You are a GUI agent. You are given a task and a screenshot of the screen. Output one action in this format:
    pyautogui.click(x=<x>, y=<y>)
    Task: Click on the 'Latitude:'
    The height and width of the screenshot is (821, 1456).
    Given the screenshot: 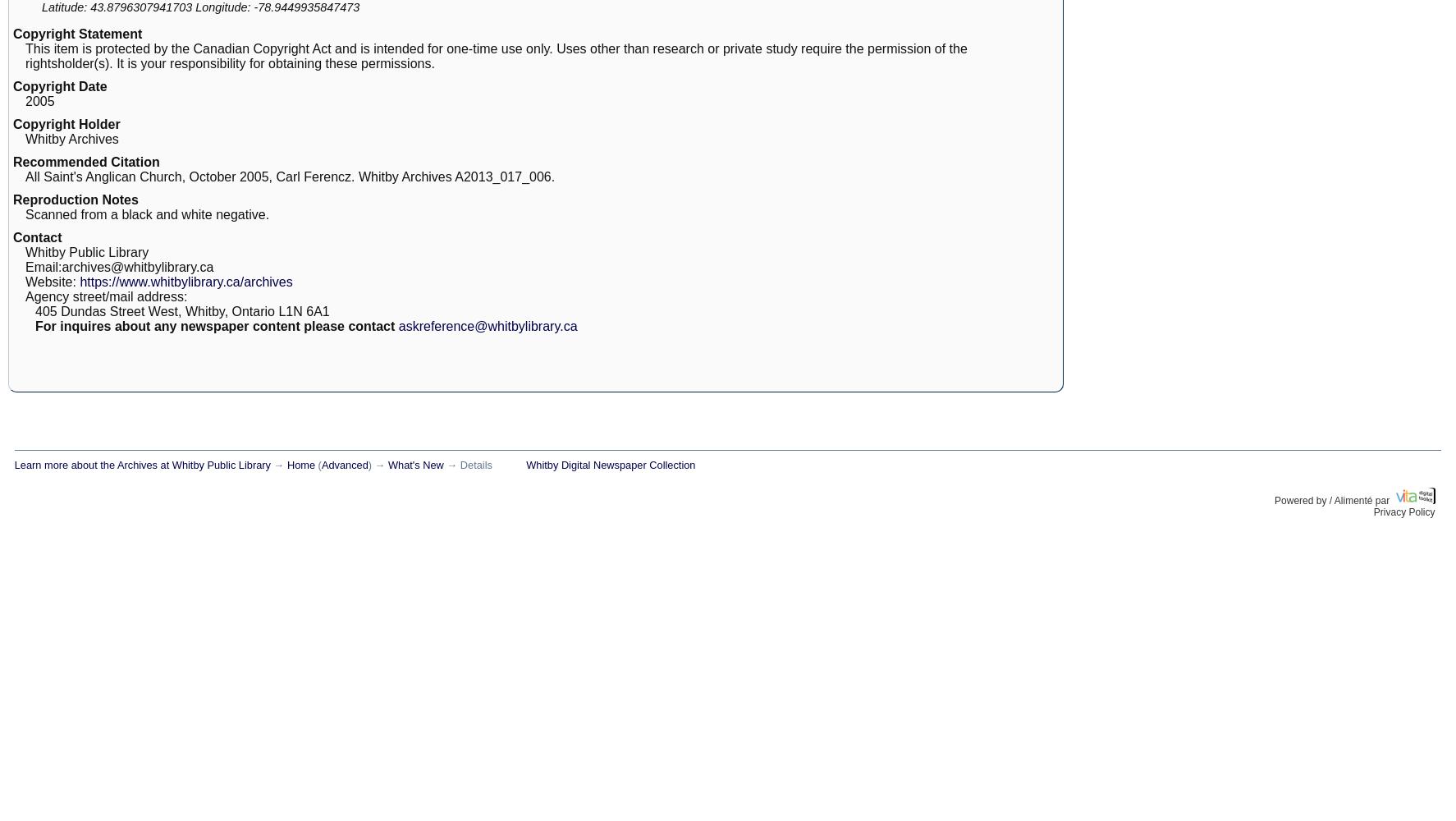 What is the action you would take?
    pyautogui.click(x=40, y=7)
    